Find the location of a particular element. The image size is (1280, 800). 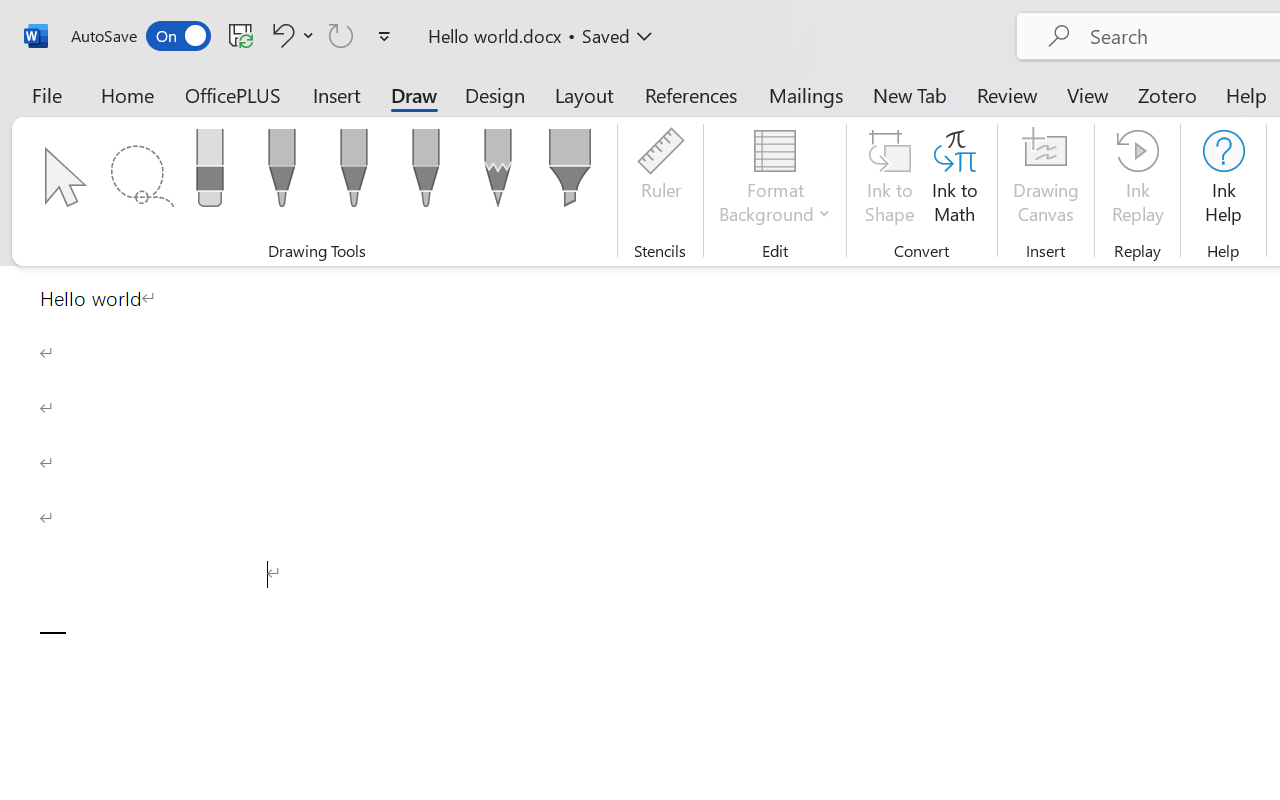

'Ruler' is located at coordinates (661, 179).